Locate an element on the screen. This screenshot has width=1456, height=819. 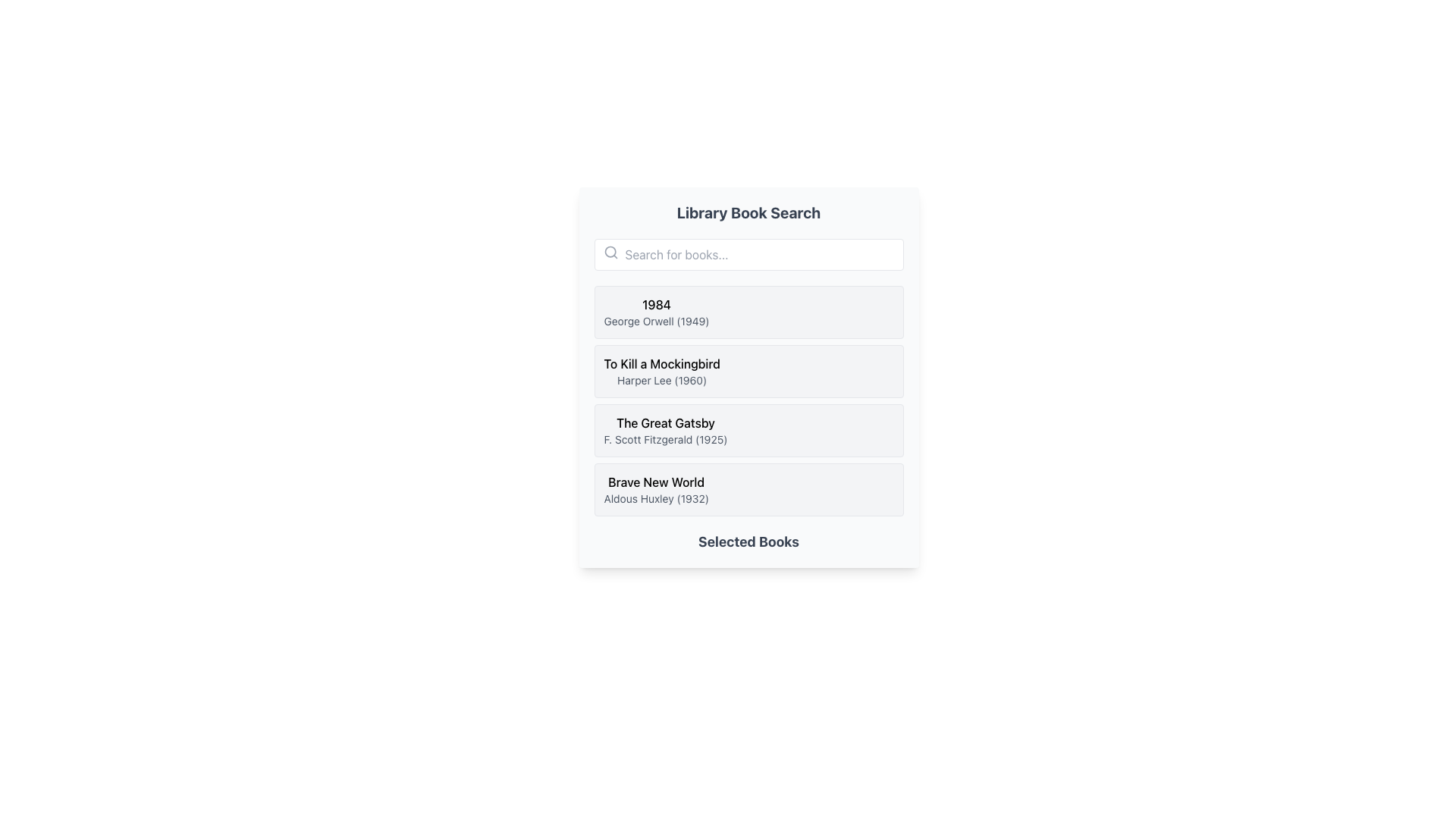
the third selectable item in the list representing the book 'The Great Gatsby' is located at coordinates (748, 430).